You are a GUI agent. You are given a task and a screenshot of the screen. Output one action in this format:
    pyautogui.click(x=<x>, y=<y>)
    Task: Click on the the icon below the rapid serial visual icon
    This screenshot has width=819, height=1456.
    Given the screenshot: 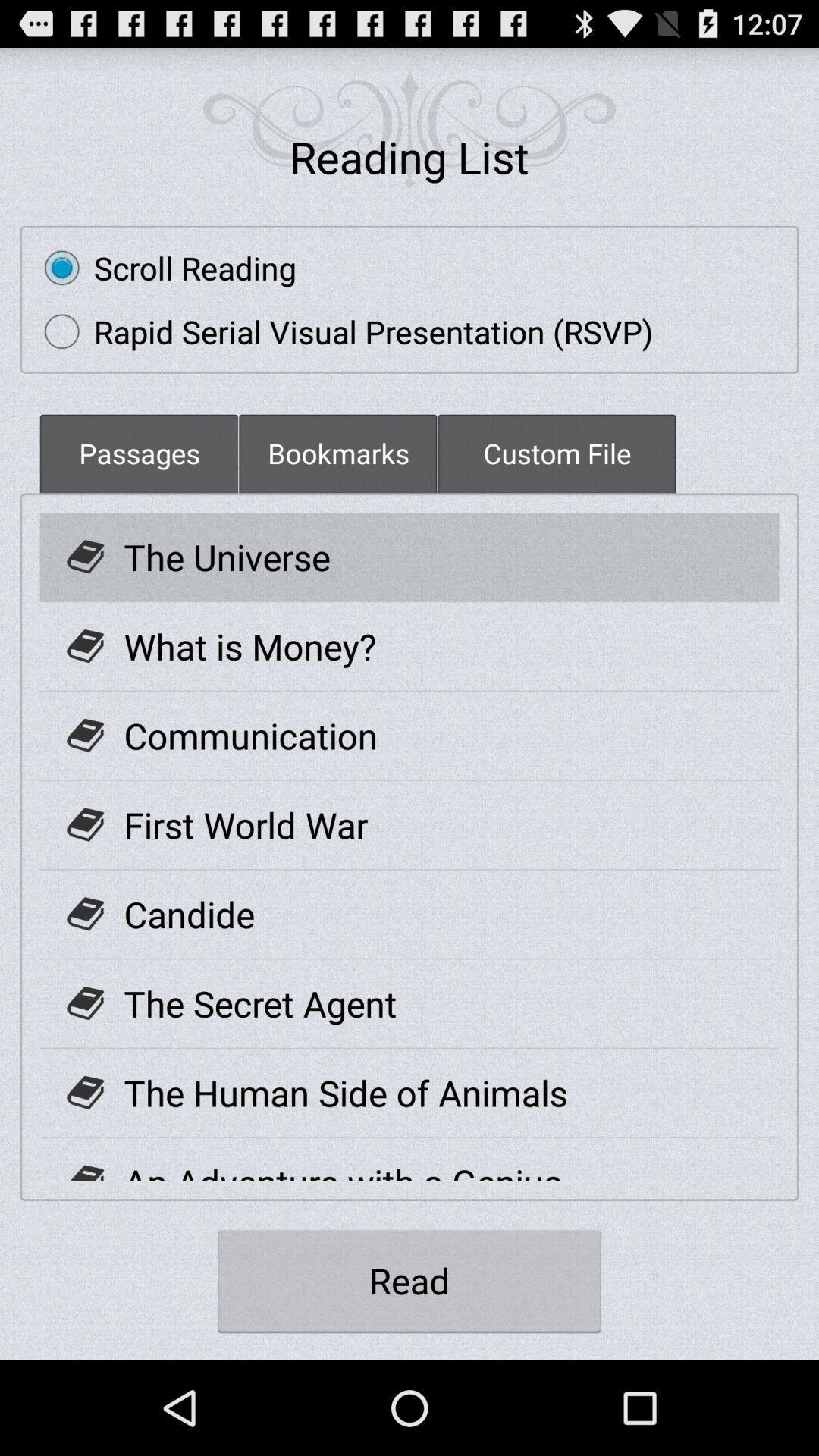 What is the action you would take?
    pyautogui.click(x=139, y=452)
    